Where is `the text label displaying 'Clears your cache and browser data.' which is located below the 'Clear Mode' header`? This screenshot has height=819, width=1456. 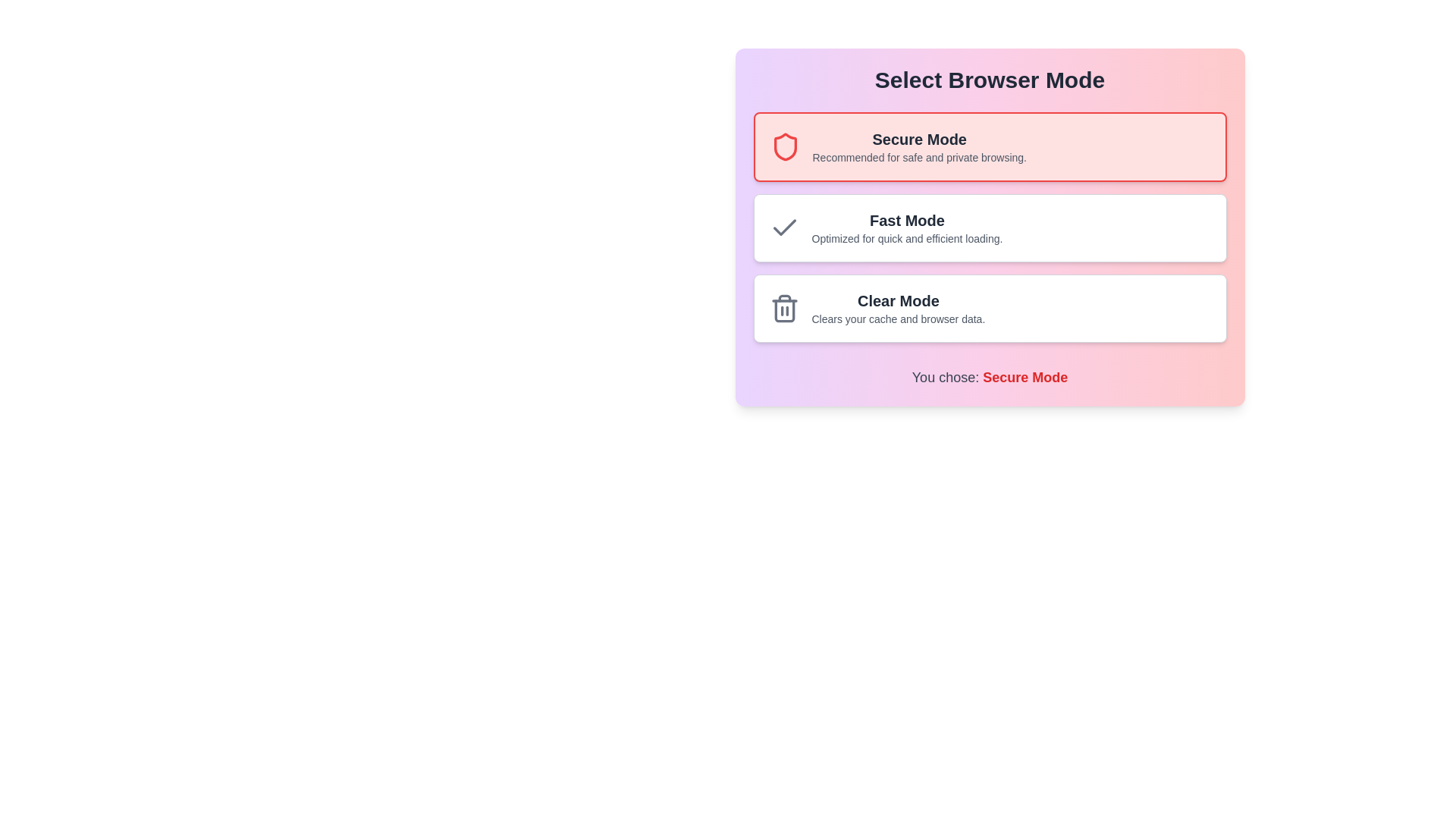 the text label displaying 'Clears your cache and browser data.' which is located below the 'Clear Mode' header is located at coordinates (898, 318).